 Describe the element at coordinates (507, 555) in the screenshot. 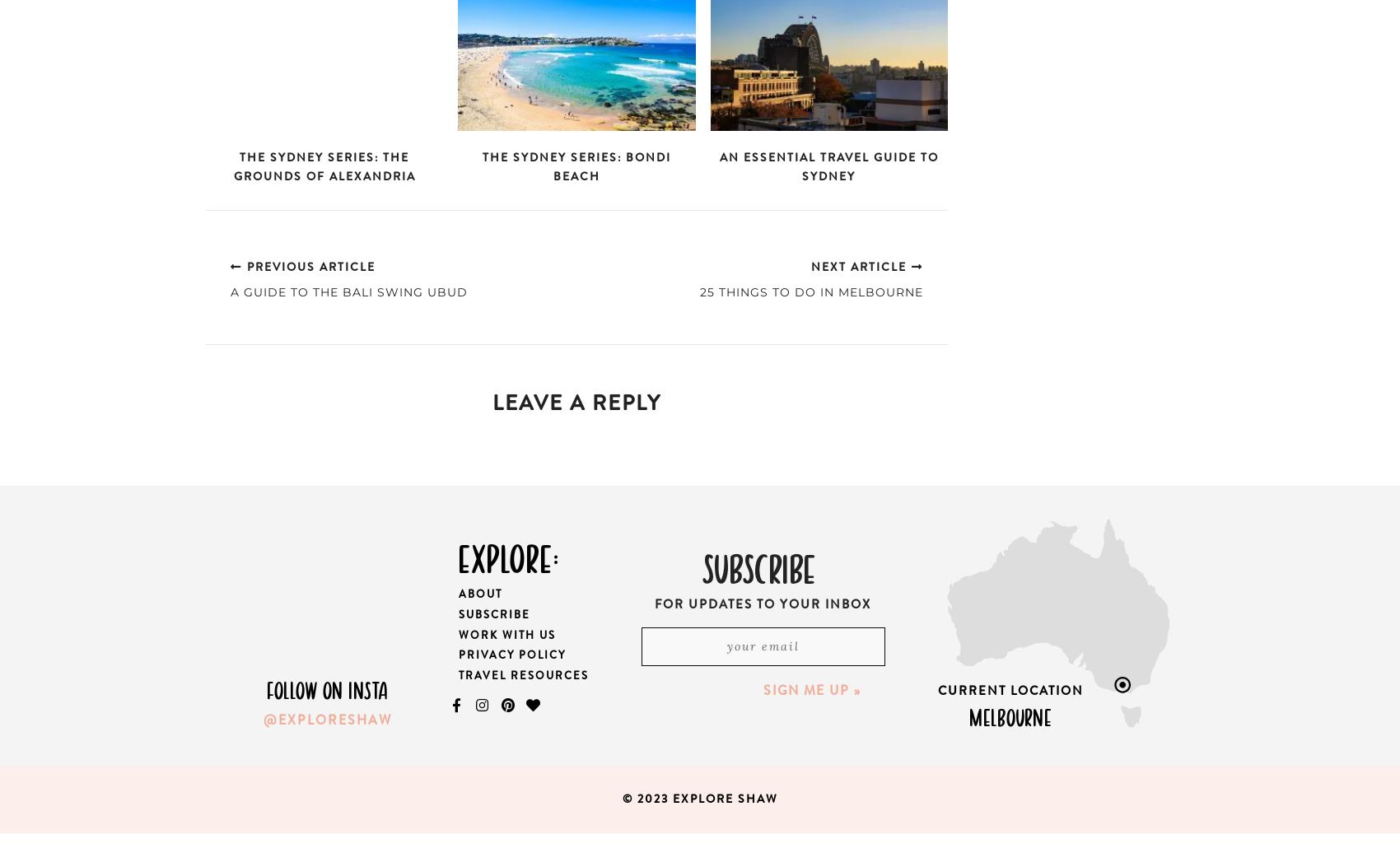

I see `'explore:'` at that location.